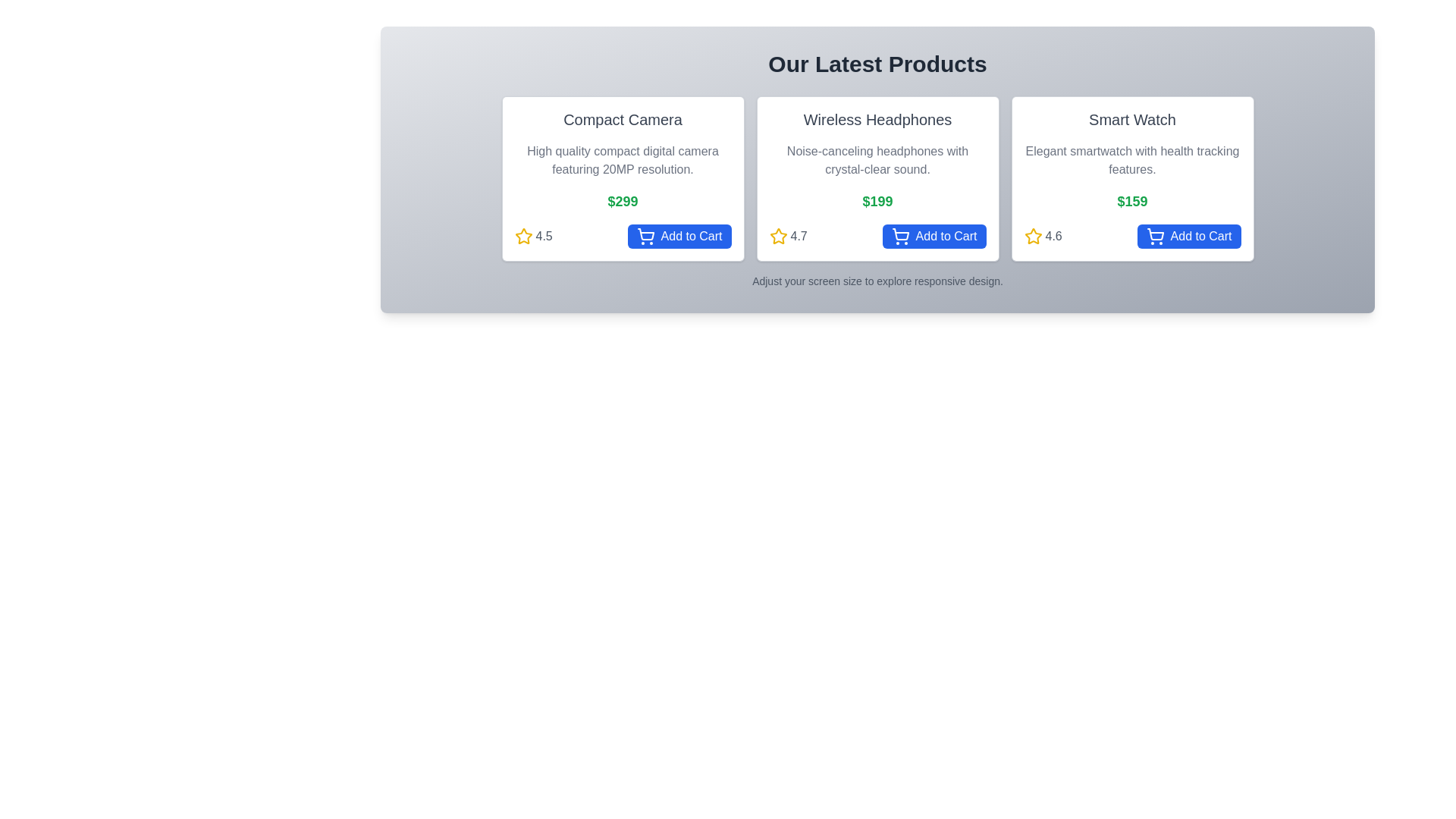 This screenshot has width=1456, height=819. Describe the element at coordinates (623, 119) in the screenshot. I see `text label displaying 'Compact Camera', which is the title of a product card located at the top of the card on the left side of a horizontal list of cards` at that location.